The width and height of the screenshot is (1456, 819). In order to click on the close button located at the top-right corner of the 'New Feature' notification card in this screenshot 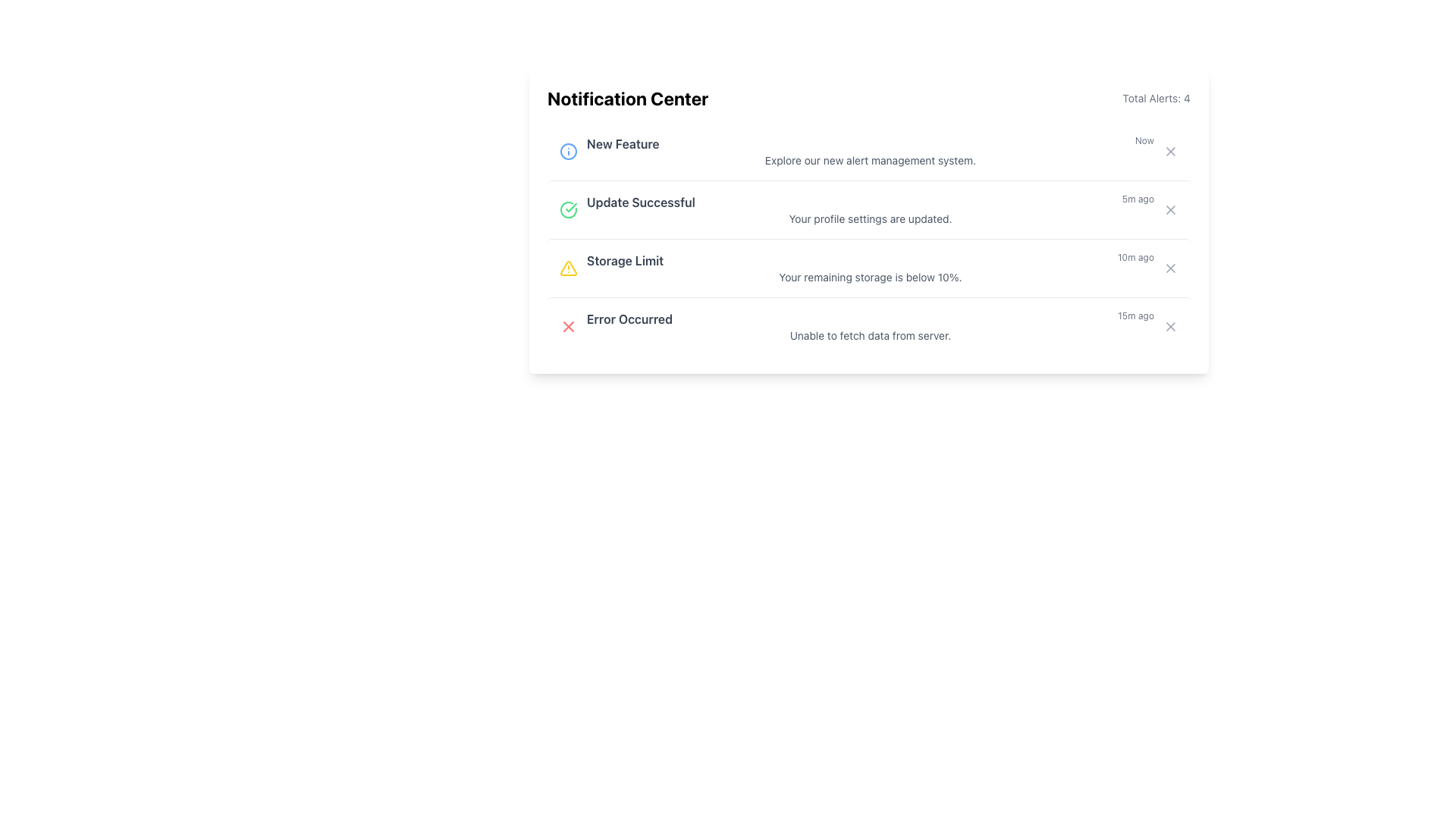, I will do `click(1170, 152)`.